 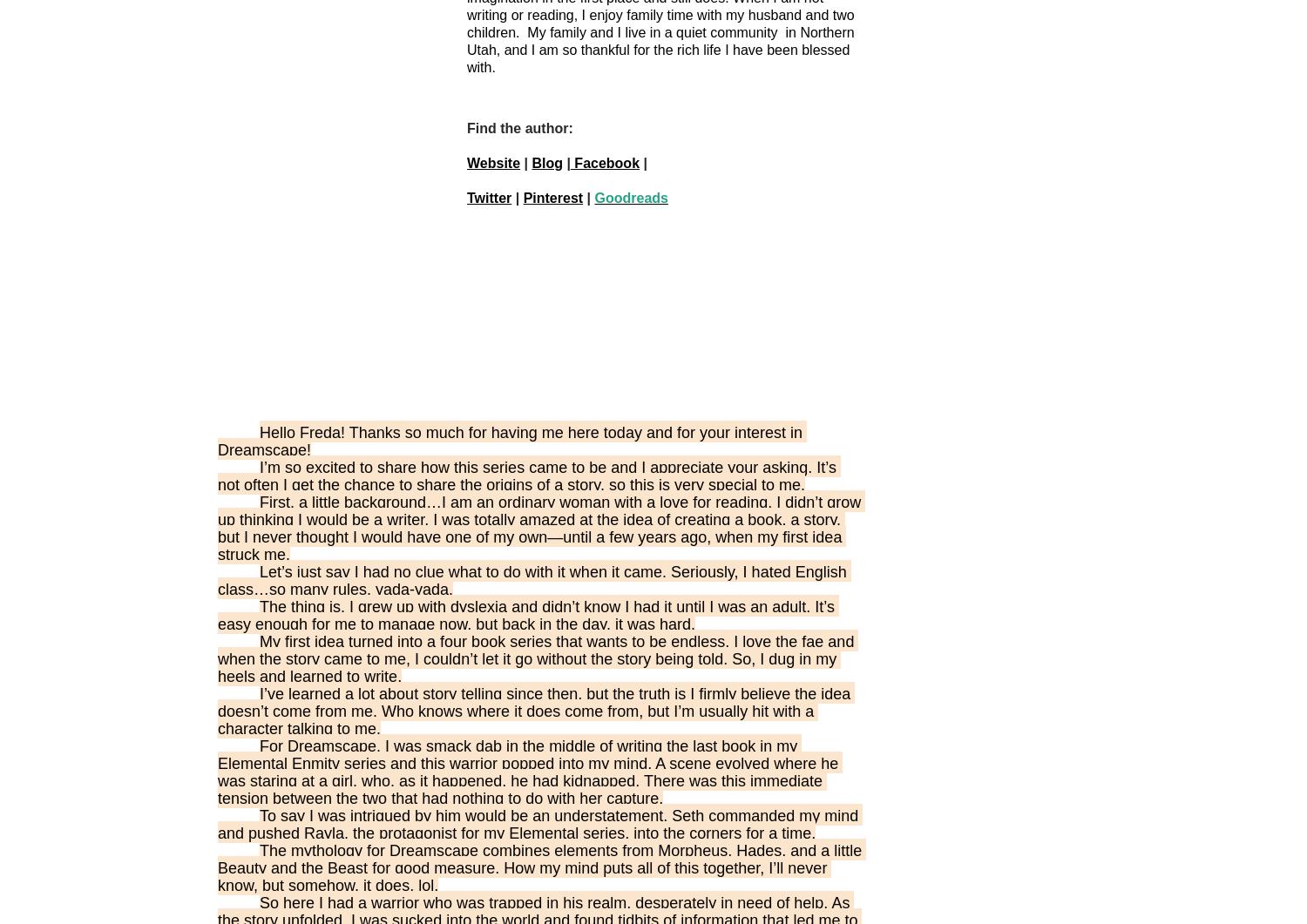 What do you see at coordinates (533, 580) in the screenshot?
I see `'Let’s just say I had no clue what to do with it when it came. Seriously, I hated English class…so many rules, yada-yada.'` at bounding box center [533, 580].